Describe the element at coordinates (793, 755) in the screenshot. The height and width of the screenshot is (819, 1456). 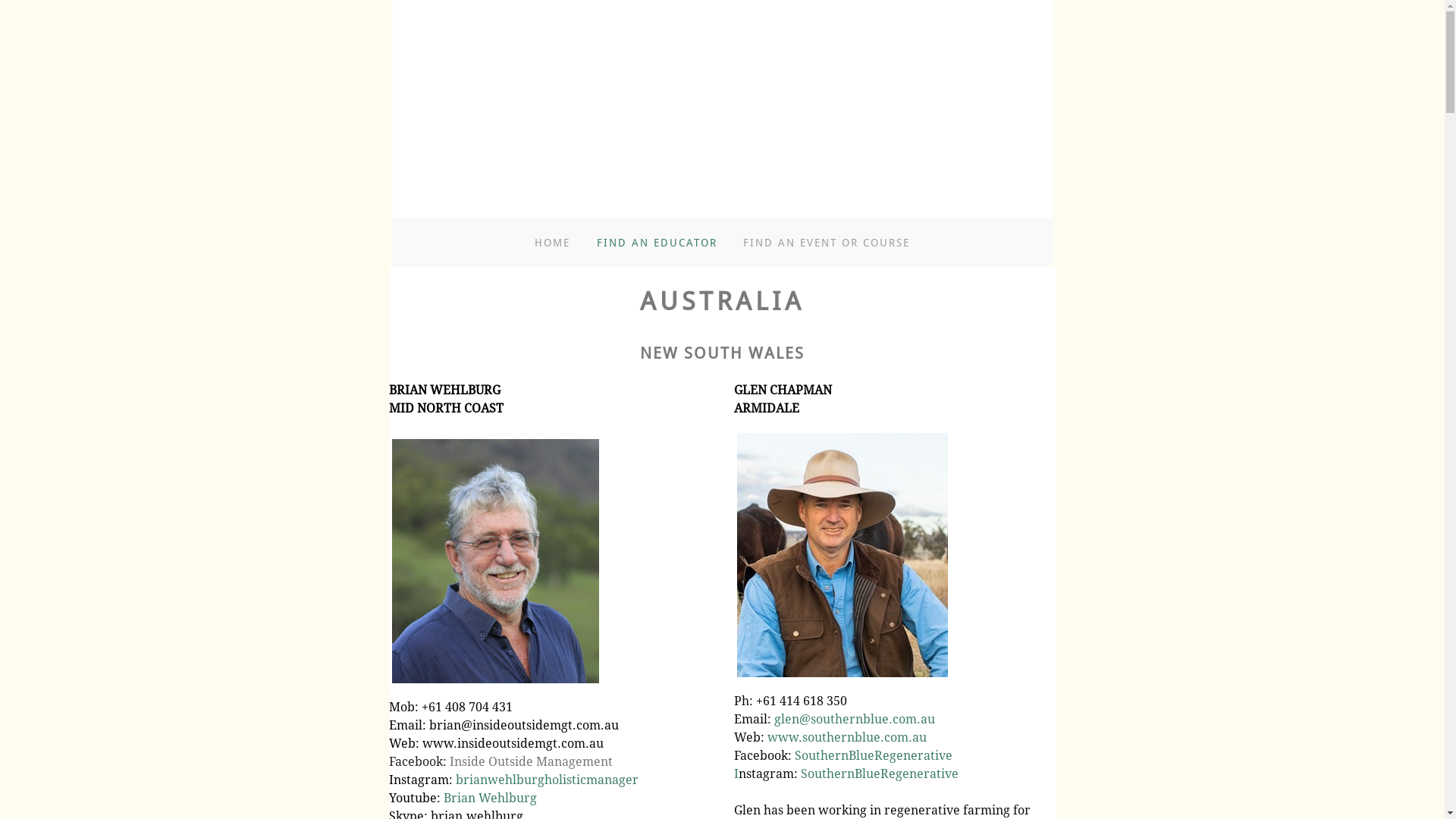
I see `'SouthernBlueRegenerative'` at that location.